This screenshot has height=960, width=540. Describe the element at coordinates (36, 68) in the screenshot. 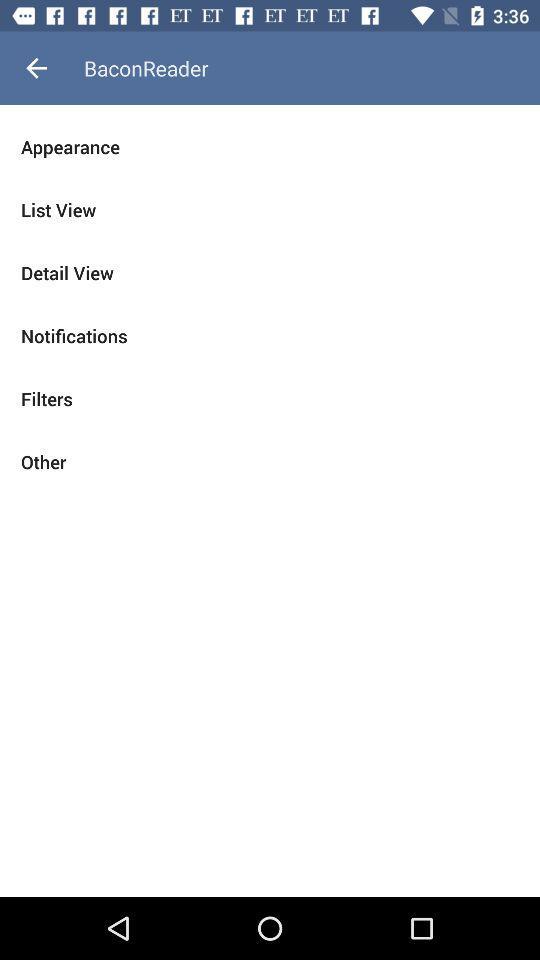

I see `the item to the left of the baconreader item` at that location.